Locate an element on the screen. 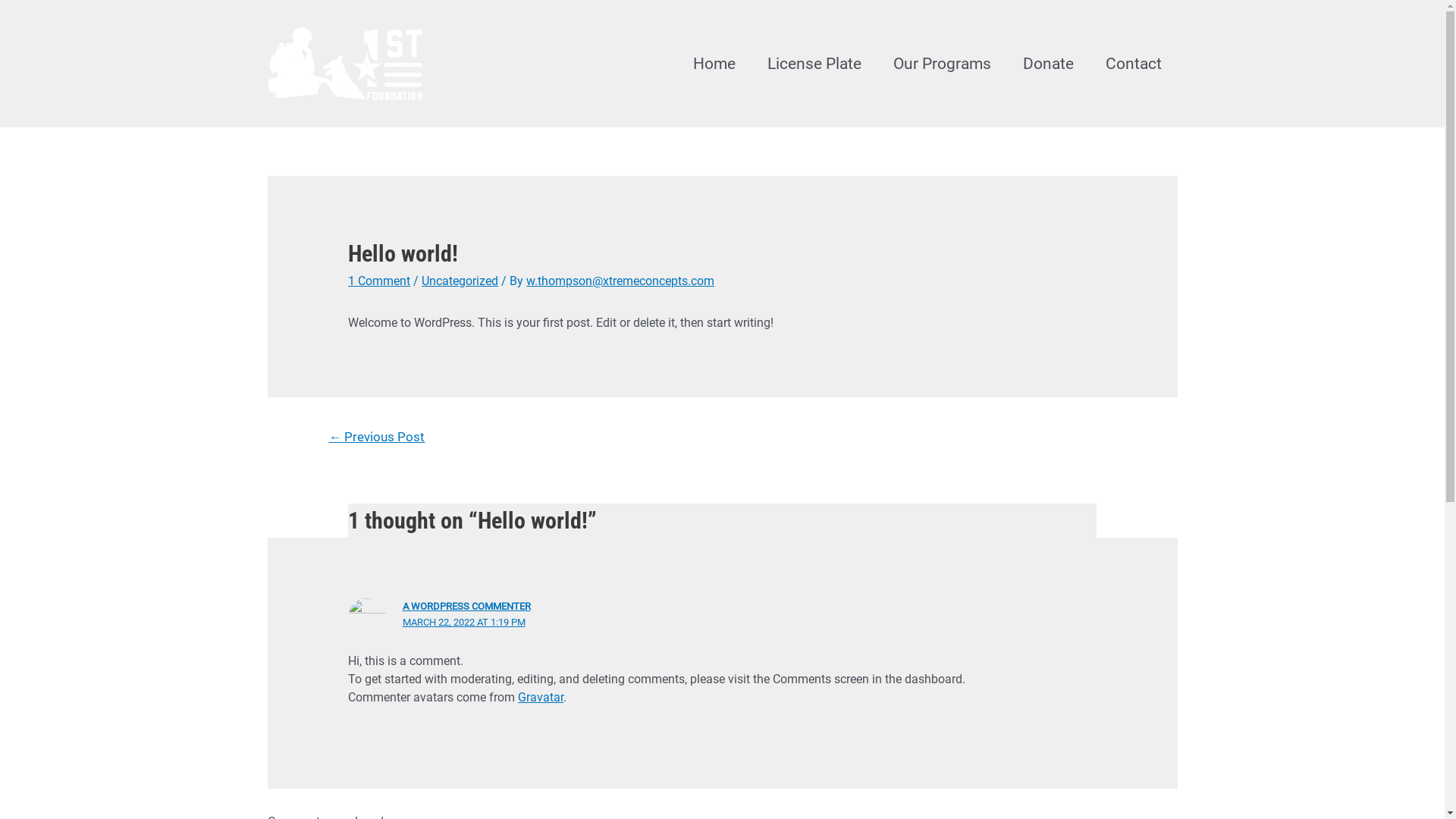 Image resolution: width=1456 pixels, height=819 pixels. 'Home' is located at coordinates (712, 63).